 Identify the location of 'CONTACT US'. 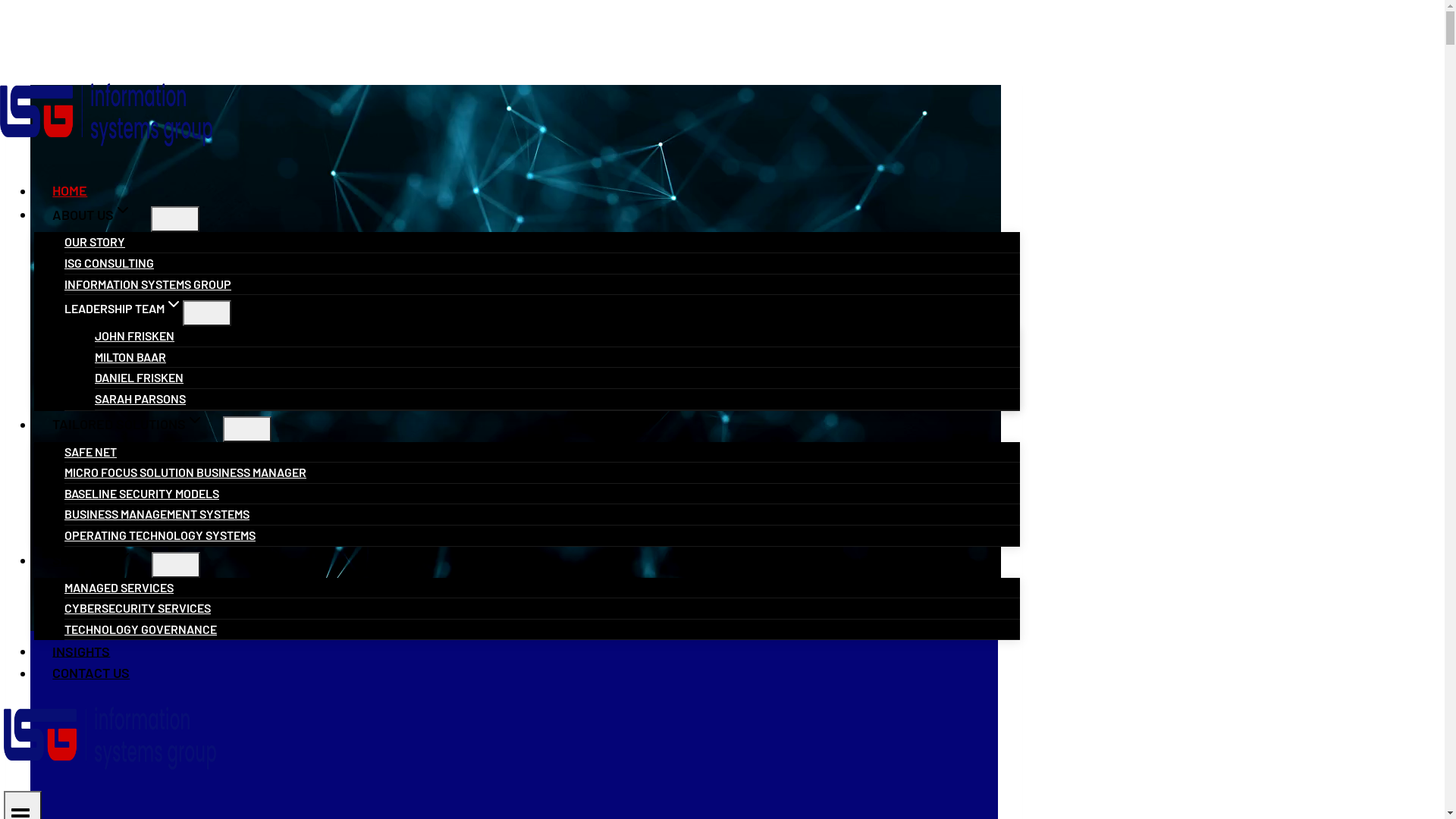
(90, 672).